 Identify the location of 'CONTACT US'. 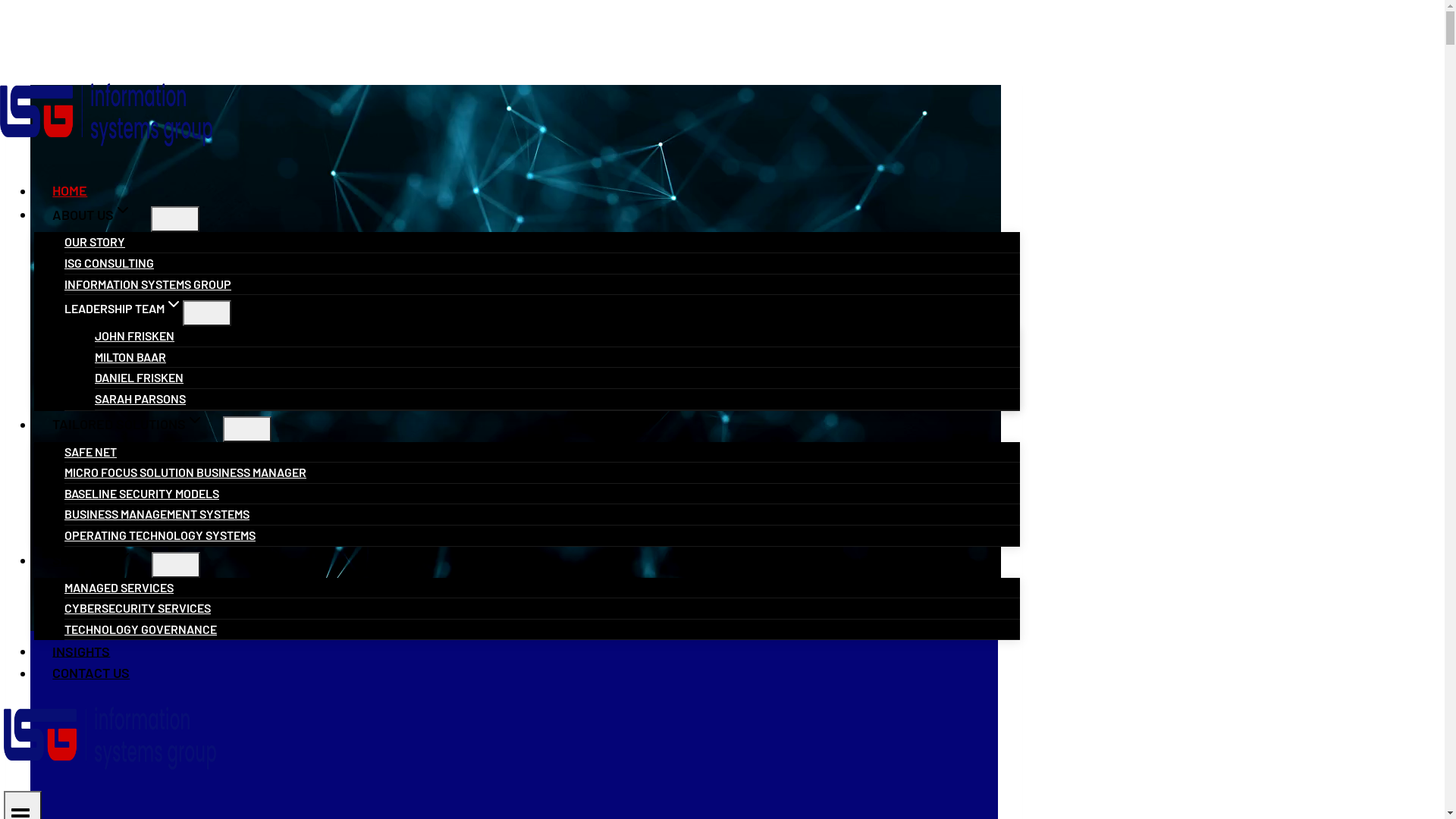
(90, 672).